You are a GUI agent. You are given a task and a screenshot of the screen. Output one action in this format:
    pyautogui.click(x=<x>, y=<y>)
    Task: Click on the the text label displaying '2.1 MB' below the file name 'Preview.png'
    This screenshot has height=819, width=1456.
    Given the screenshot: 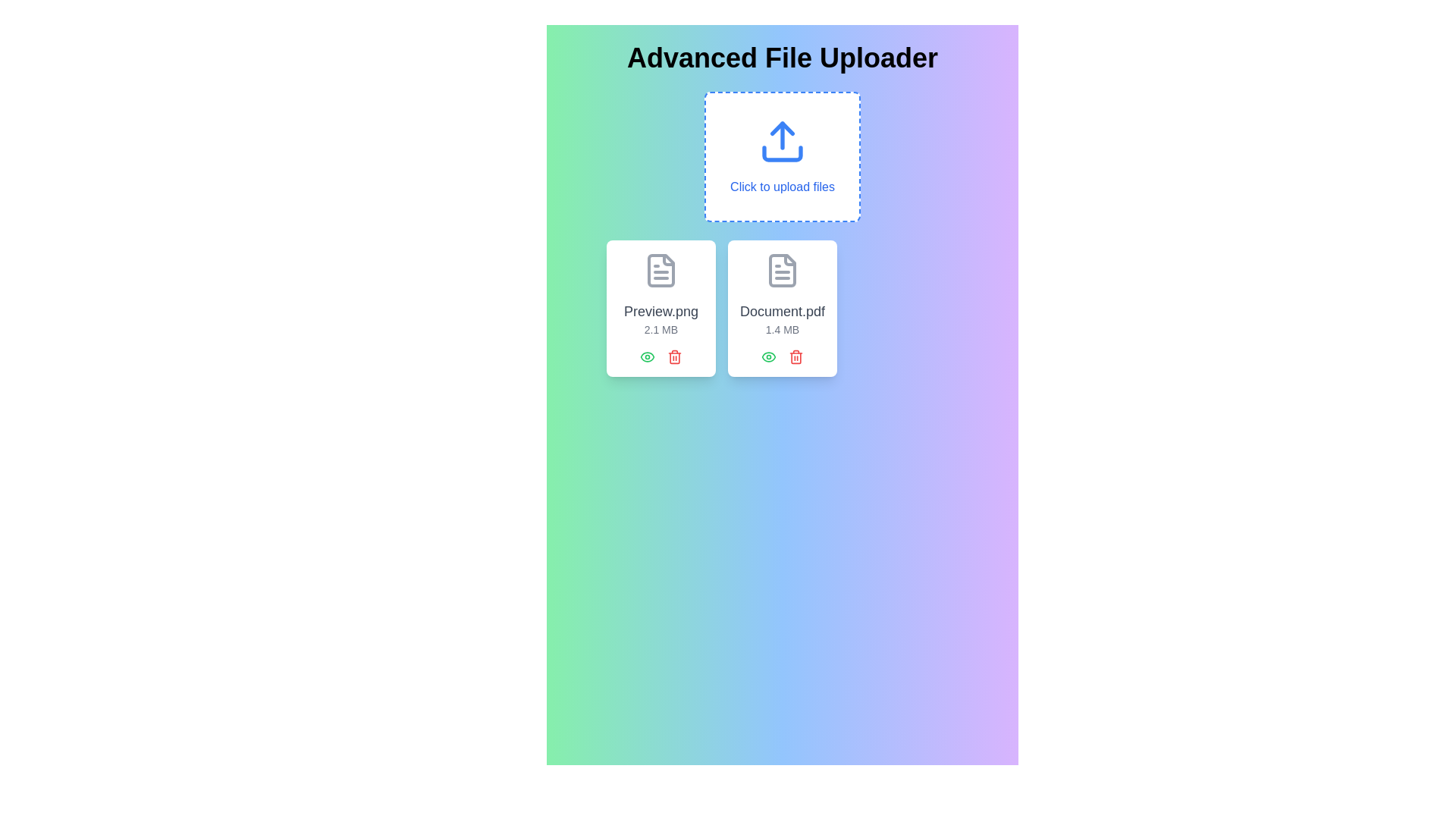 What is the action you would take?
    pyautogui.click(x=661, y=329)
    